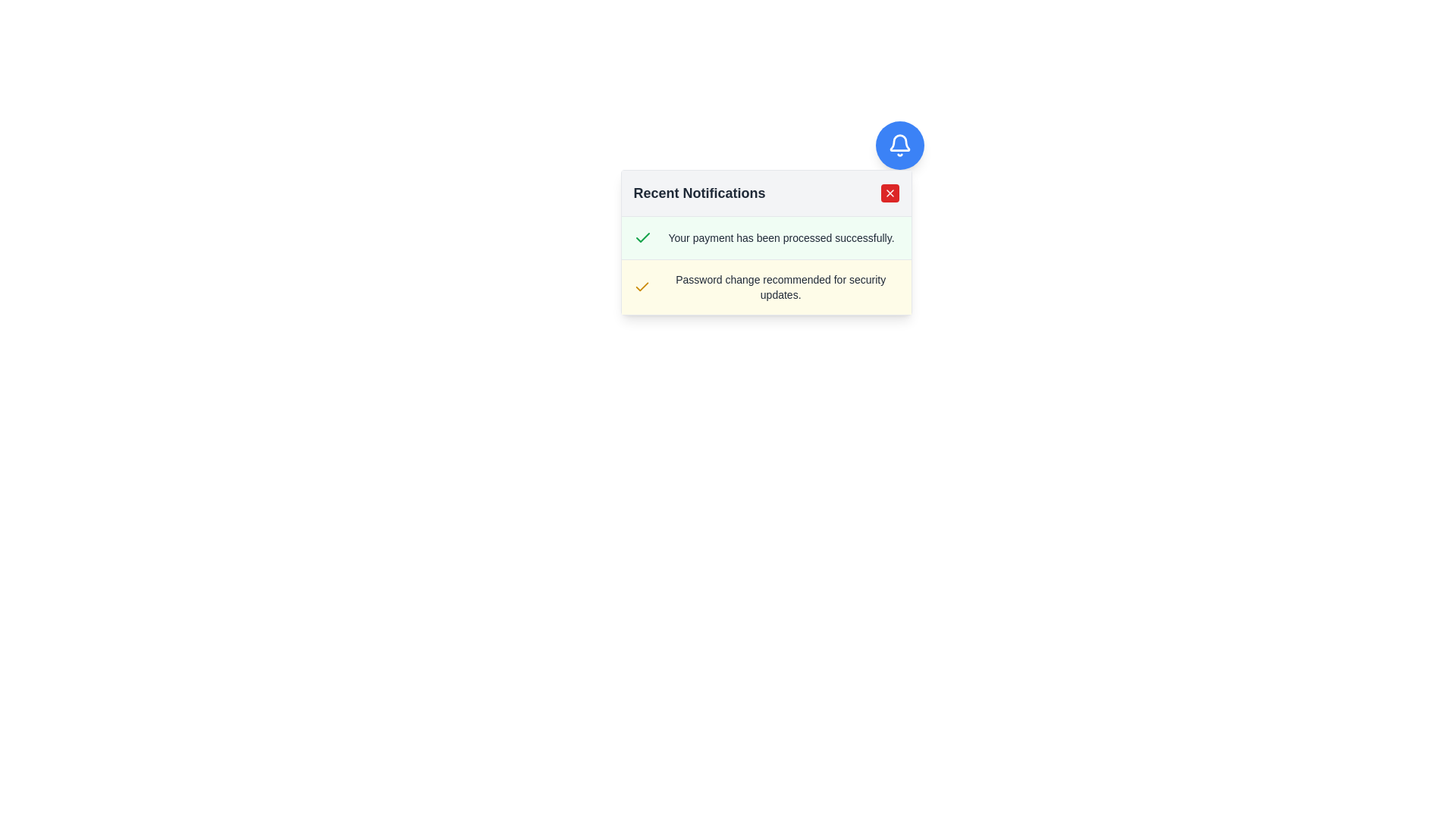 The width and height of the screenshot is (1456, 819). Describe the element at coordinates (890, 192) in the screenshot. I see `the small square button with a red background and white 'X' icon located in the top-right corner of the 'Recent Notifications' header section` at that location.